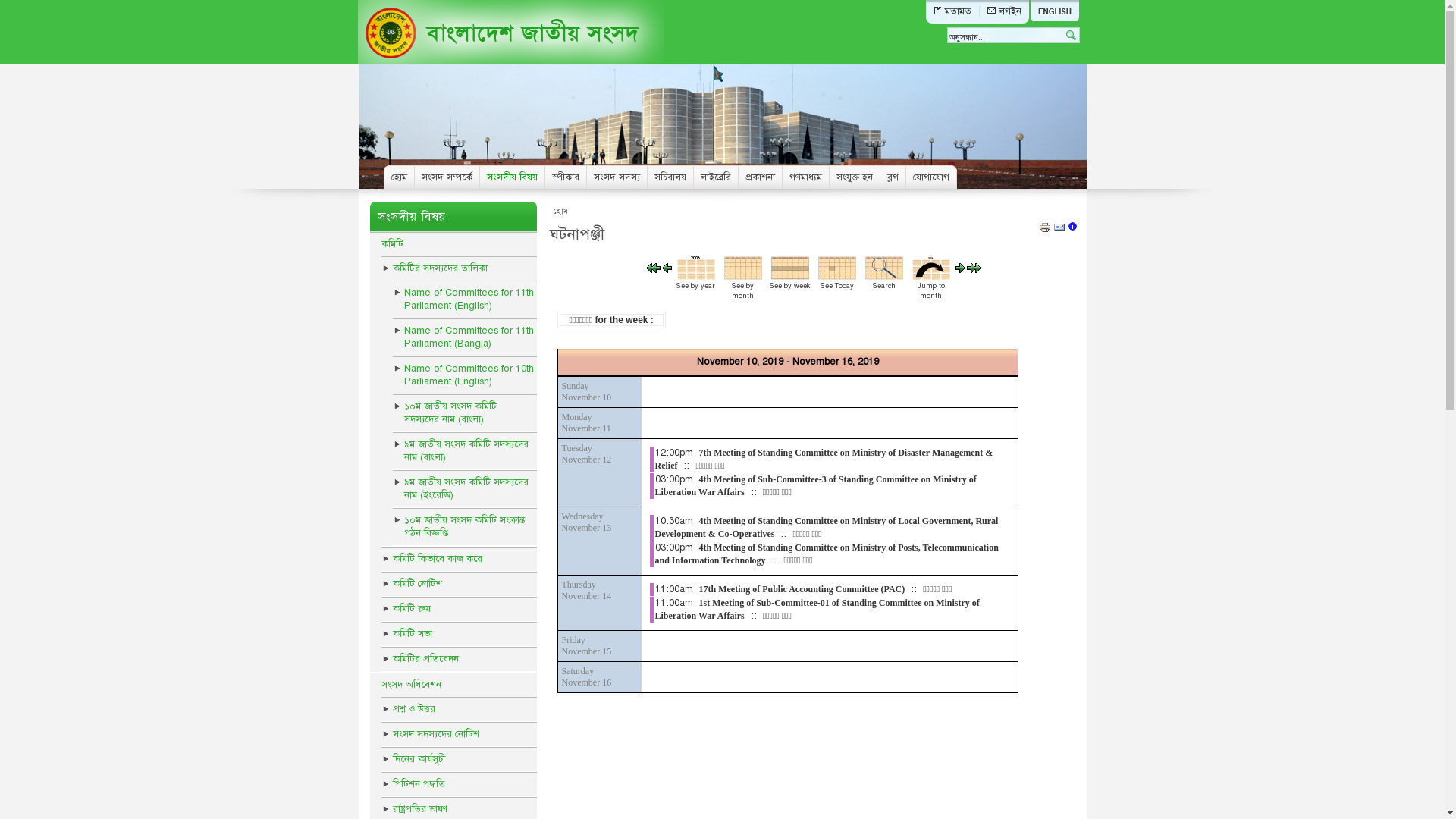  I want to click on 'Tuesday, so click(585, 453).